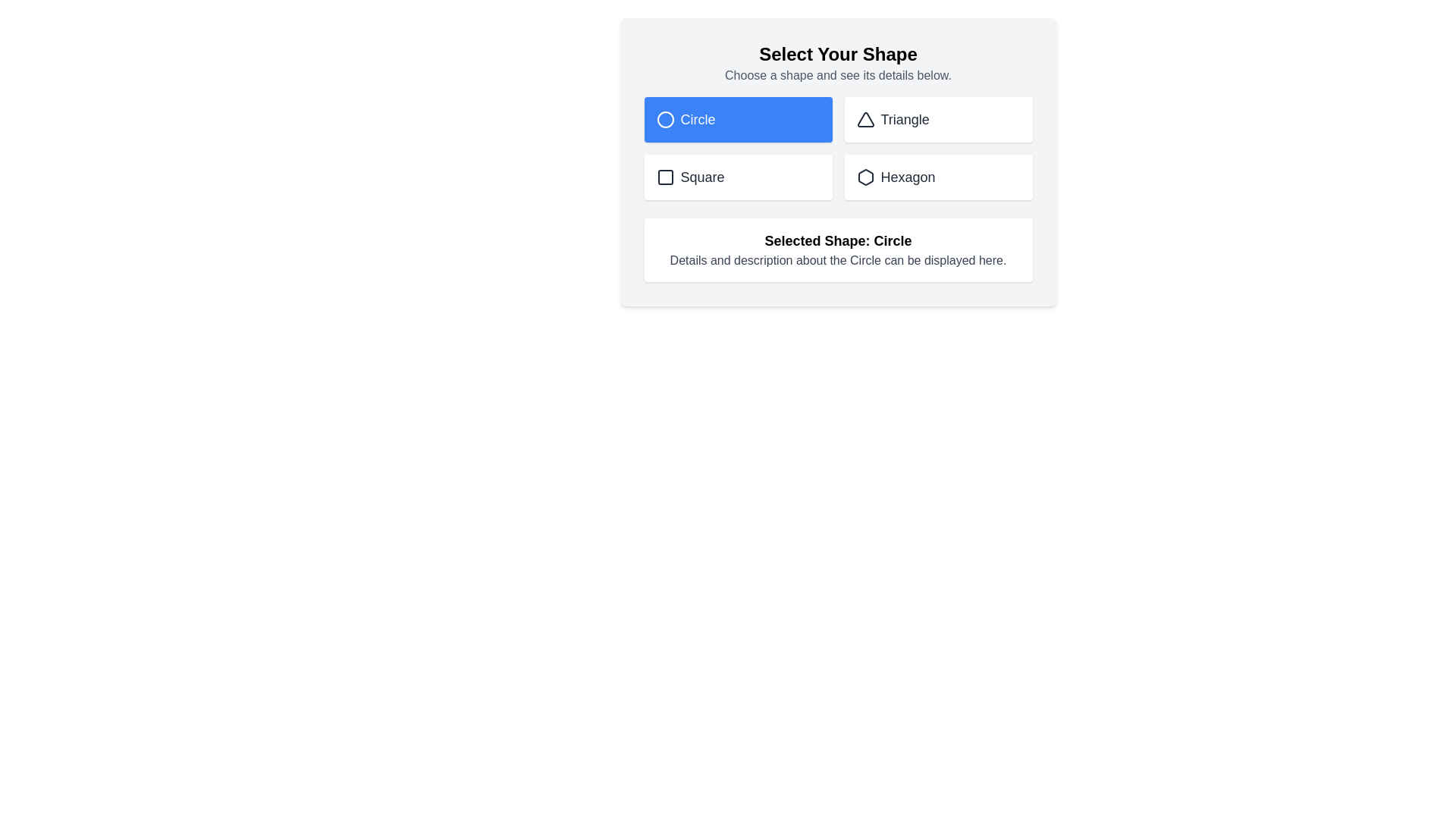 The image size is (1456, 819). What do you see at coordinates (908, 177) in the screenshot?
I see `text from the label displaying 'Hexagon' located within the button-like area at the bottom-right corner of the shape-selection buttons` at bounding box center [908, 177].